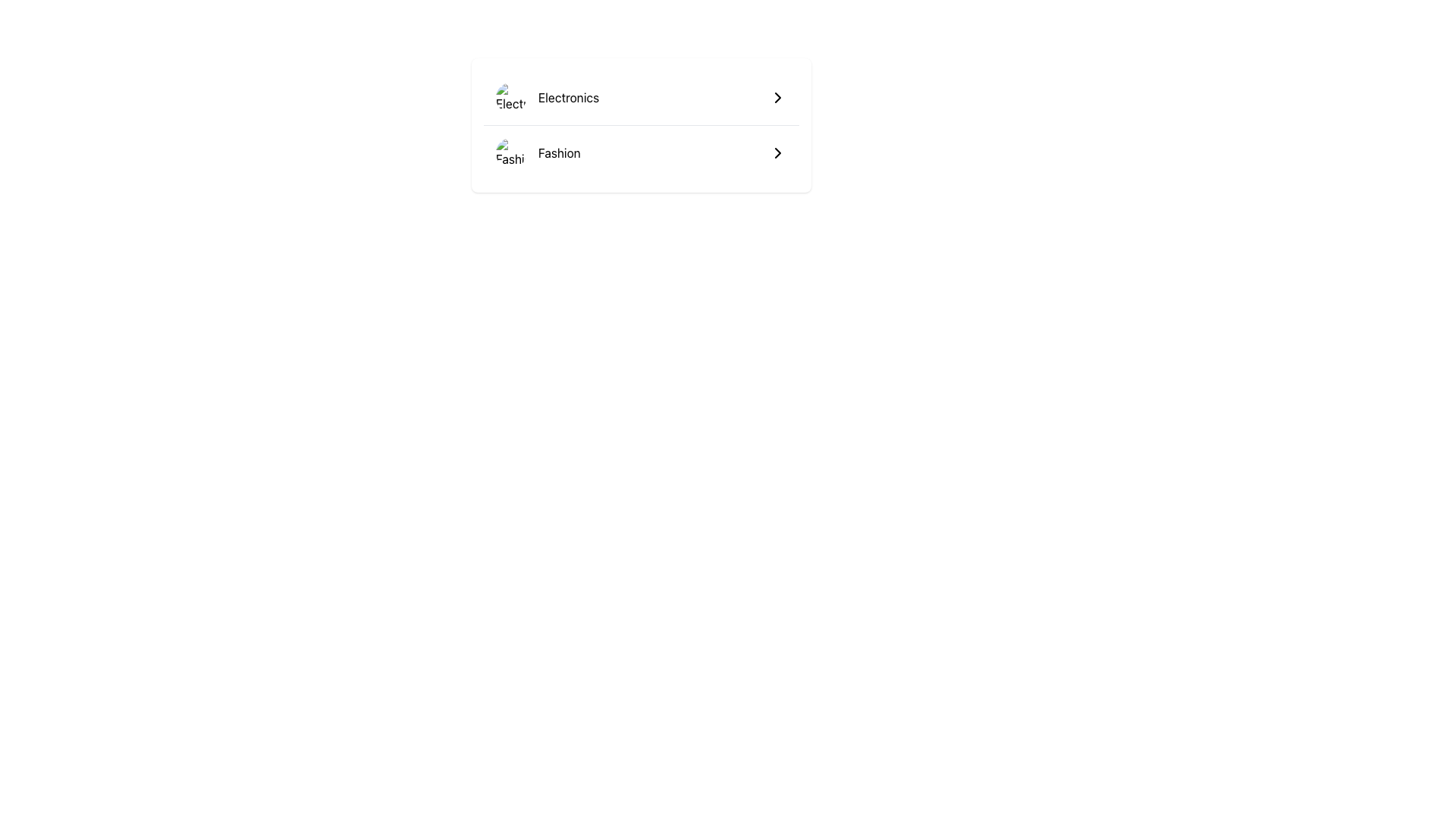 This screenshot has width=1456, height=819. What do you see at coordinates (568, 97) in the screenshot?
I see `text label indicating the electronics category, which is located to the right of an icon in a horizontal row below the header section` at bounding box center [568, 97].